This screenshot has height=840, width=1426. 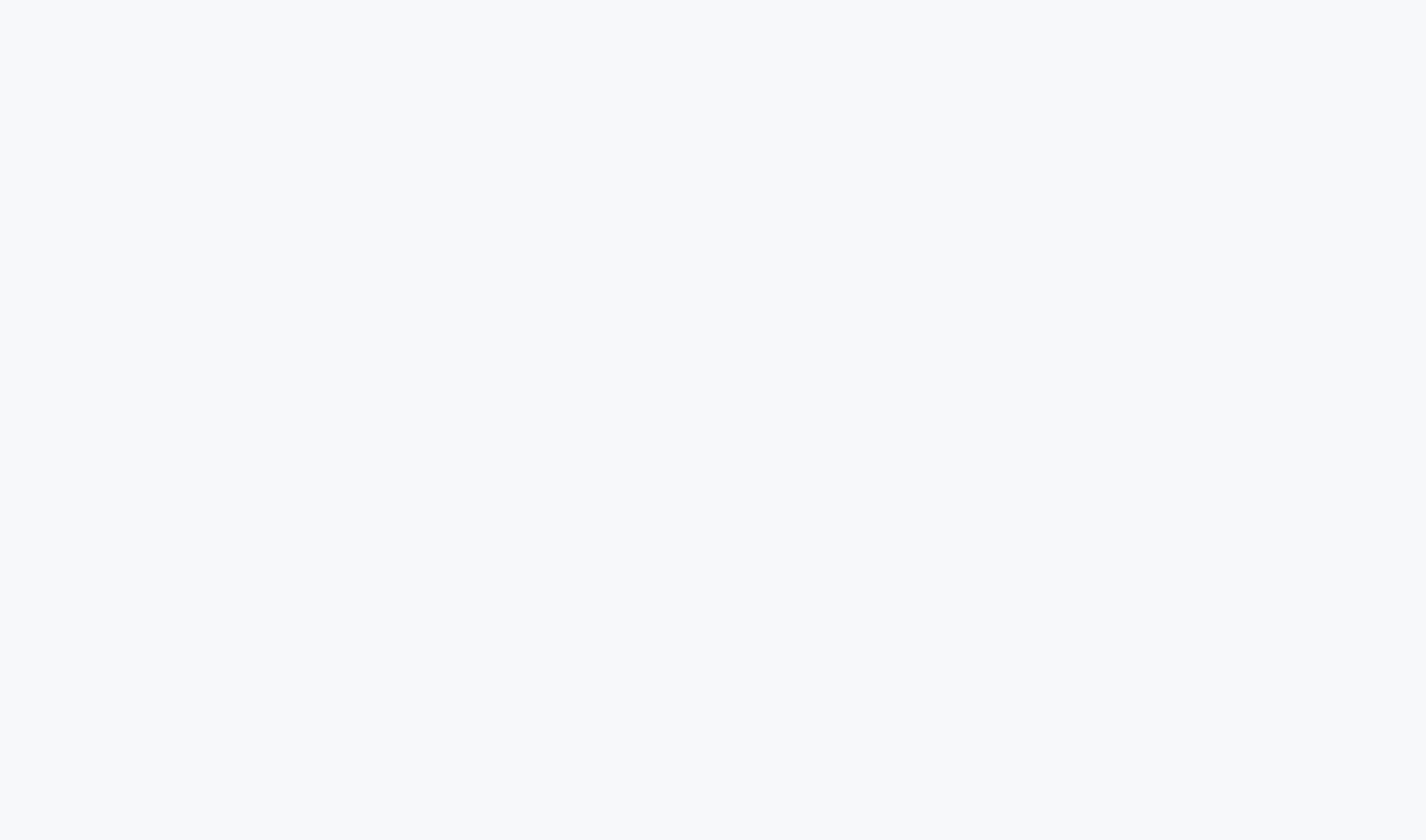 I want to click on 'Original Article', so click(x=109, y=163).